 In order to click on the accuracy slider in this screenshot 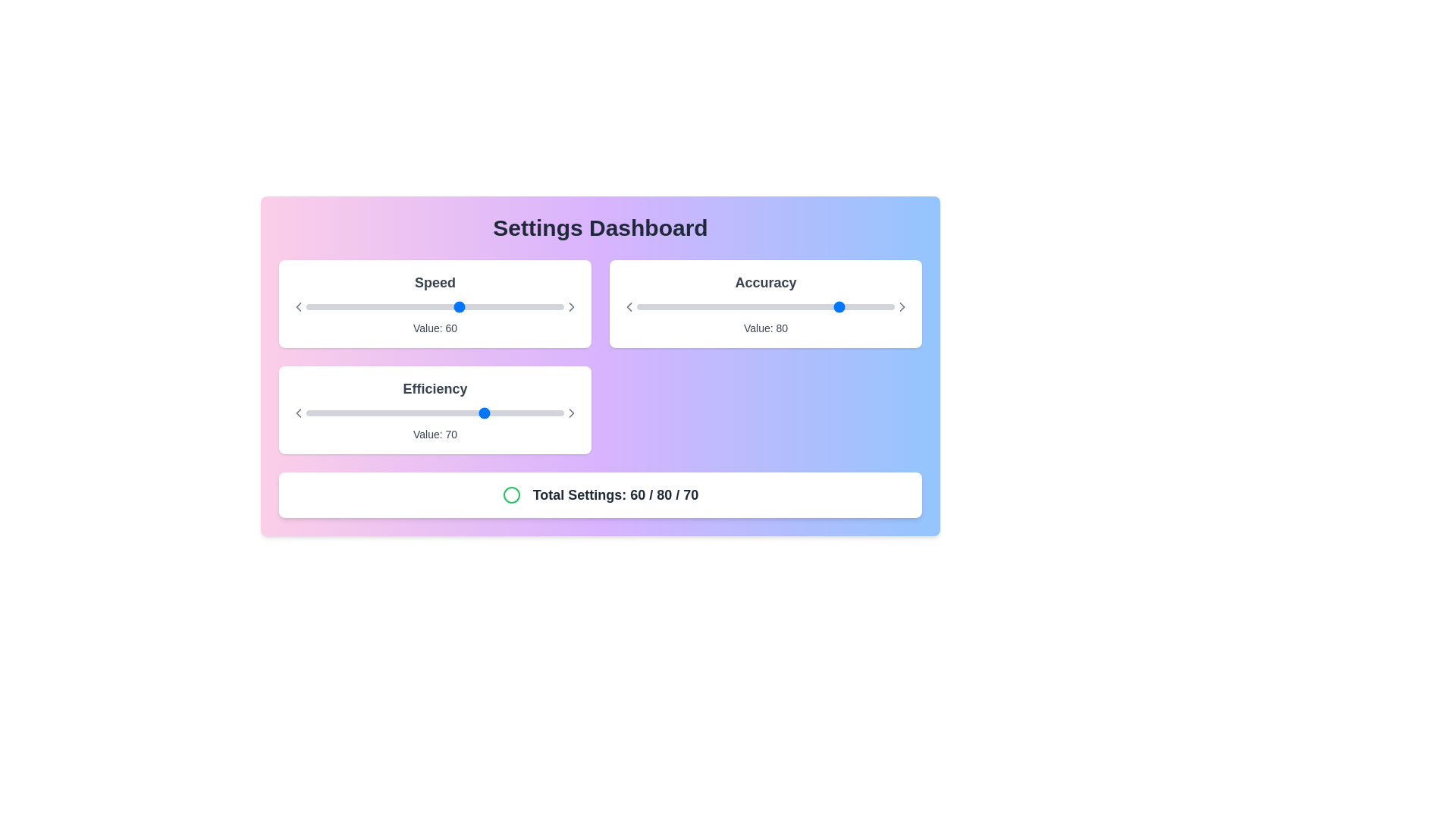, I will do `click(837, 307)`.